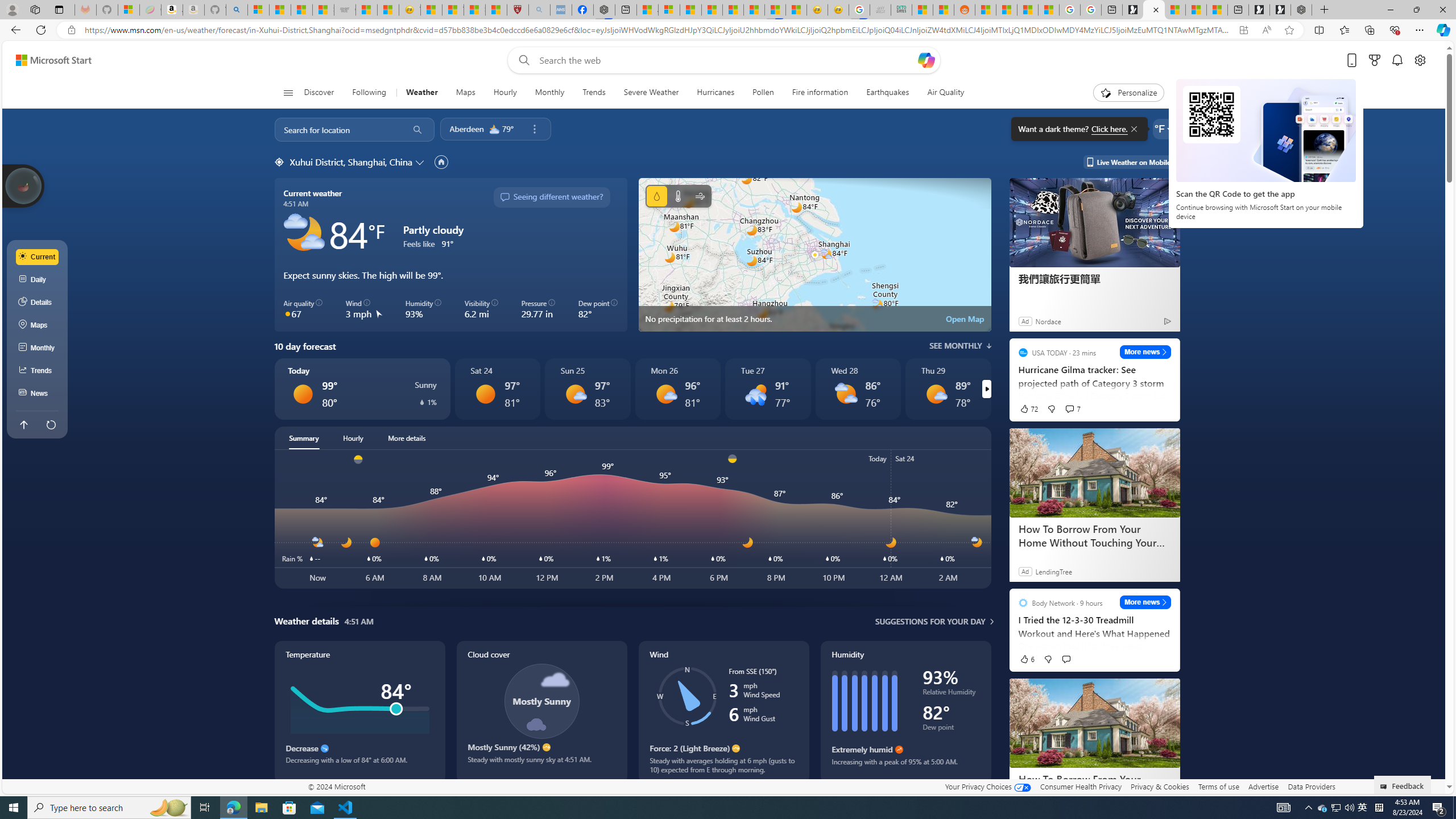 The image size is (1456, 819). I want to click on 'Cloud cover', so click(541, 712).